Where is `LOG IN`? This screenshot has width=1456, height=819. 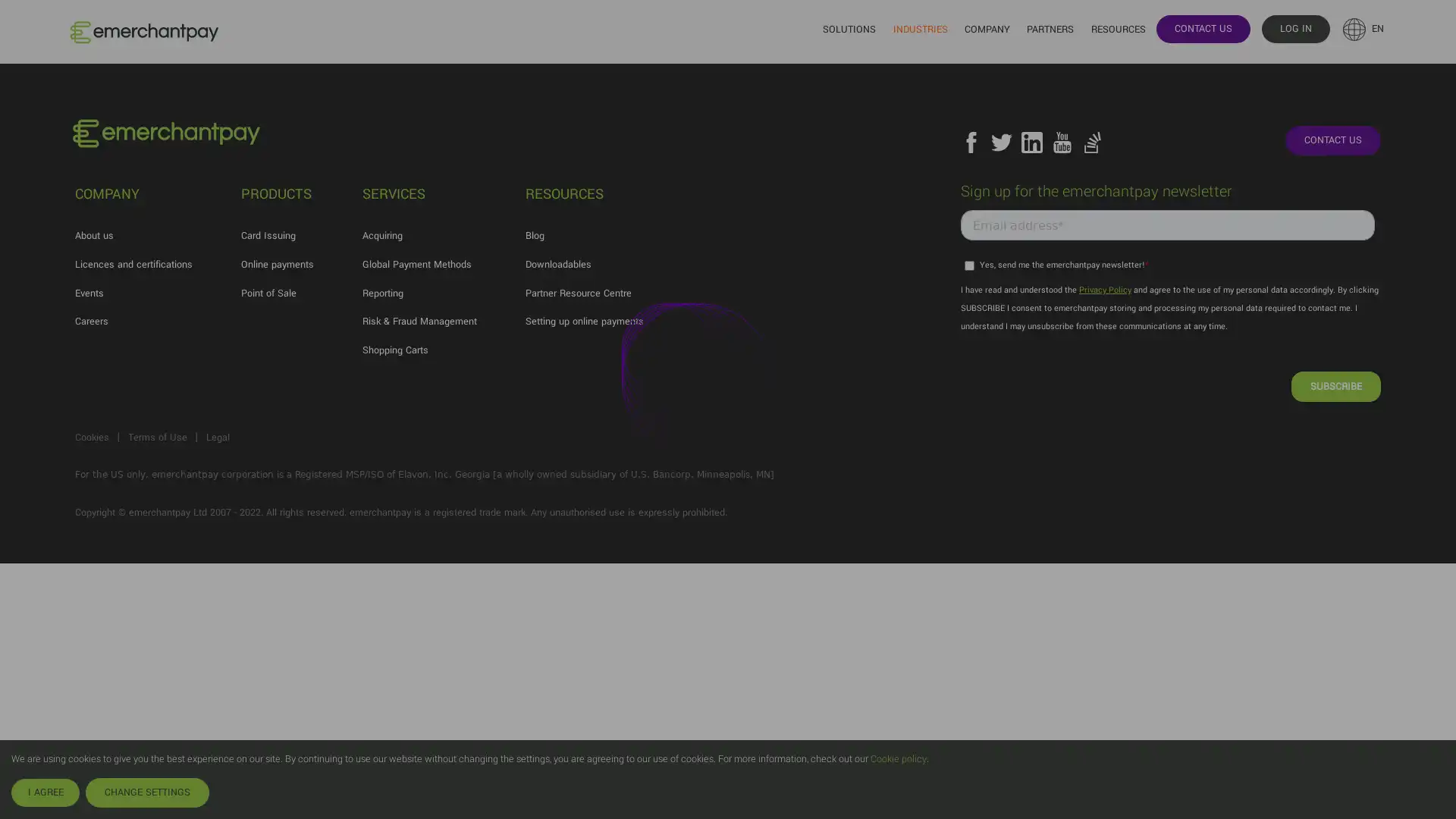 LOG IN is located at coordinates (1294, 28).